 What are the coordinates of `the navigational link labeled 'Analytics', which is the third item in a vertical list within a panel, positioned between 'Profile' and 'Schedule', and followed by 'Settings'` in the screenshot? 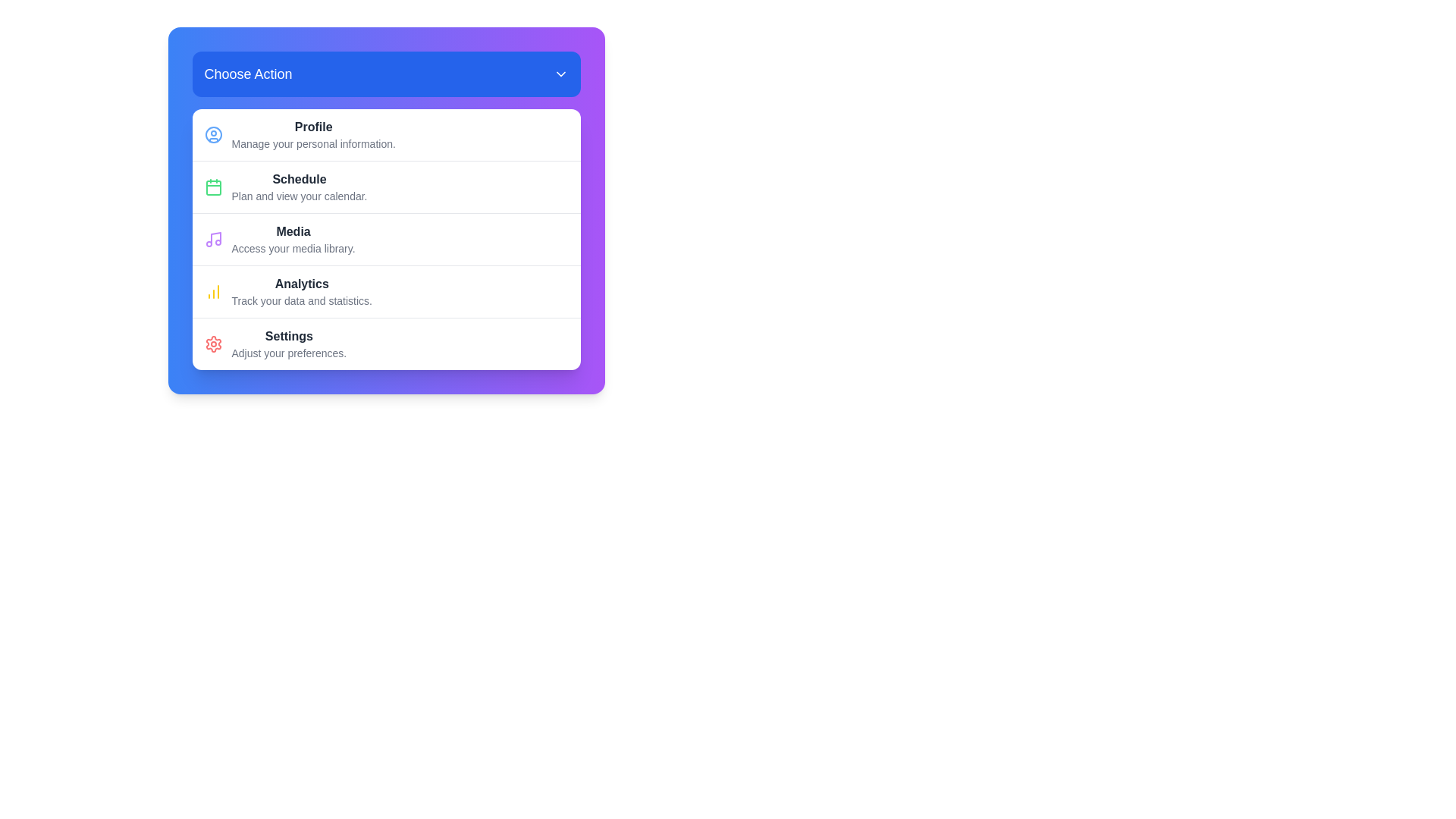 It's located at (302, 292).